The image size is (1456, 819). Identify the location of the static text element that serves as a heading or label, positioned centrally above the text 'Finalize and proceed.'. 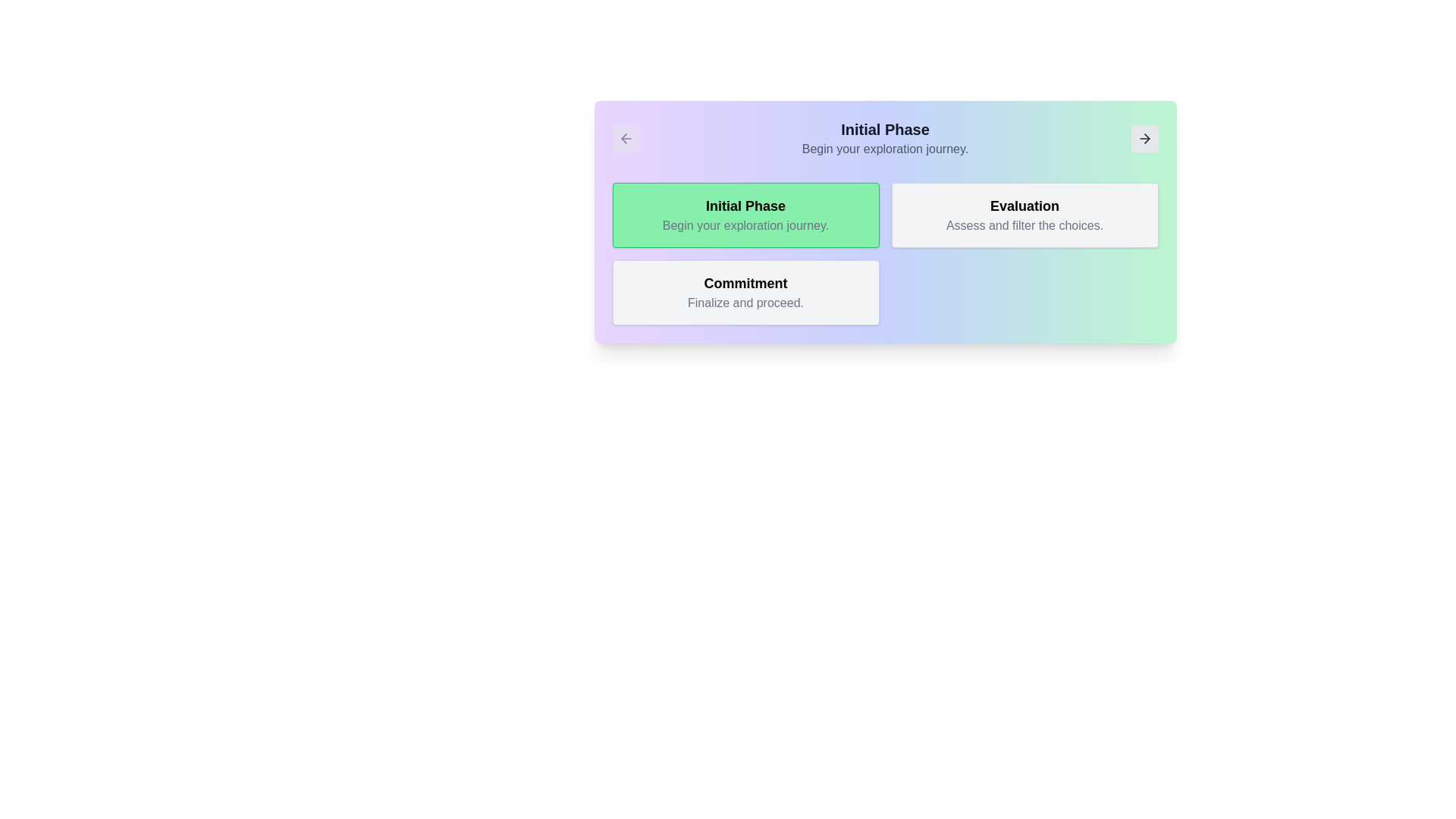
(745, 284).